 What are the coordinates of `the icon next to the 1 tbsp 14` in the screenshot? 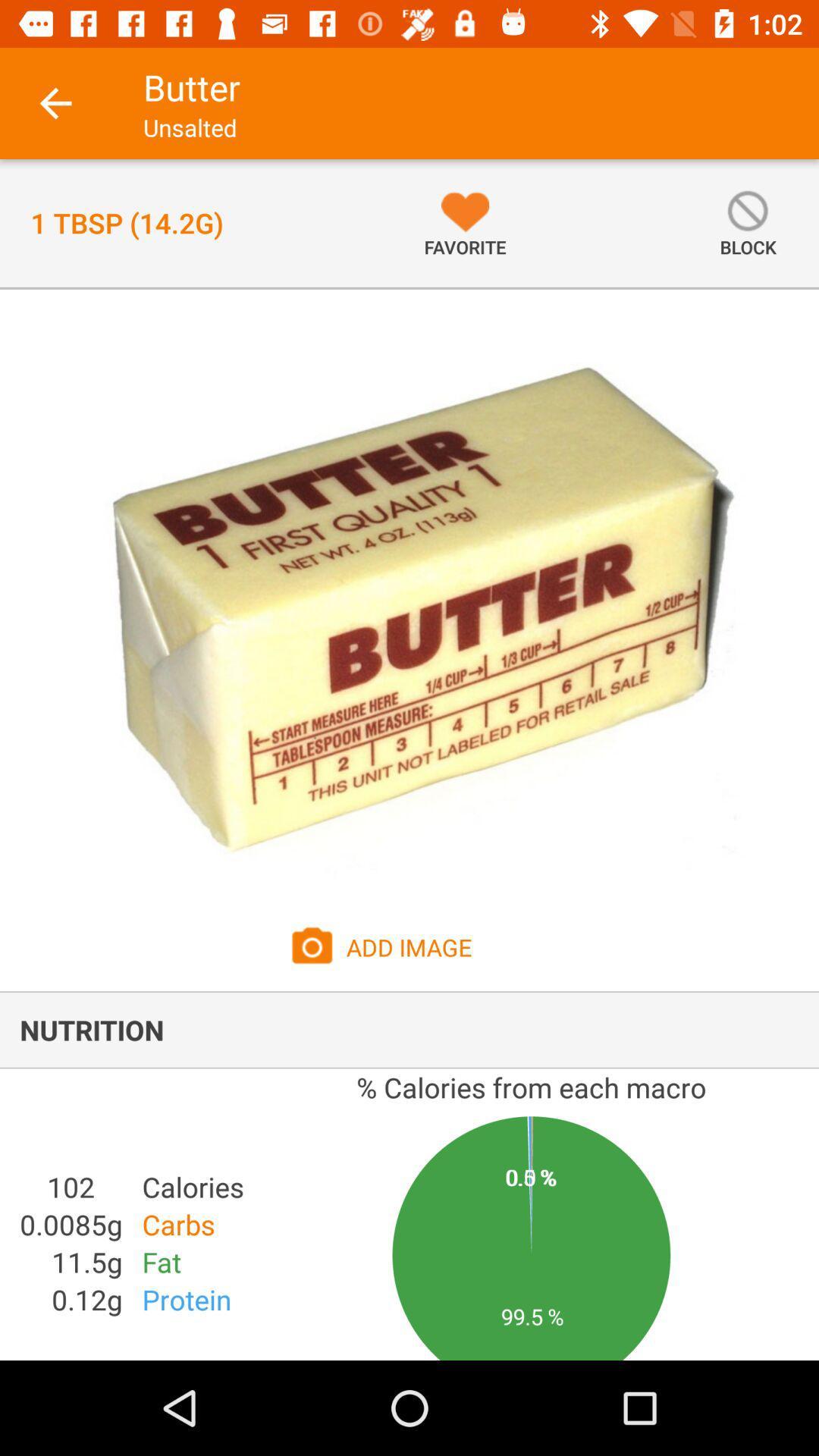 It's located at (464, 222).